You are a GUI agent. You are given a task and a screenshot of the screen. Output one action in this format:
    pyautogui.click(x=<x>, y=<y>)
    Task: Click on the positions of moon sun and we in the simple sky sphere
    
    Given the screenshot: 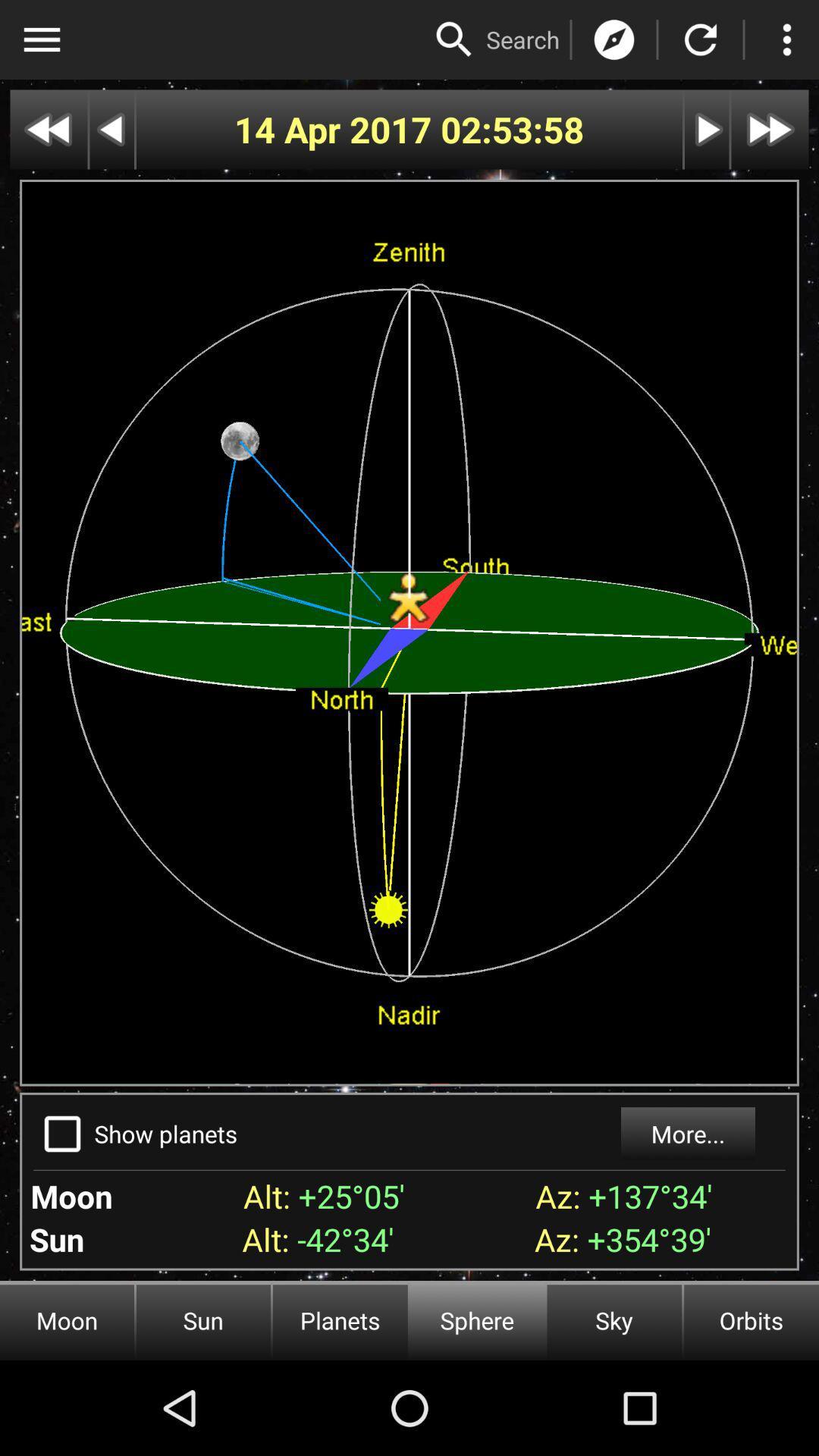 What is the action you would take?
    pyautogui.click(x=701, y=39)
    